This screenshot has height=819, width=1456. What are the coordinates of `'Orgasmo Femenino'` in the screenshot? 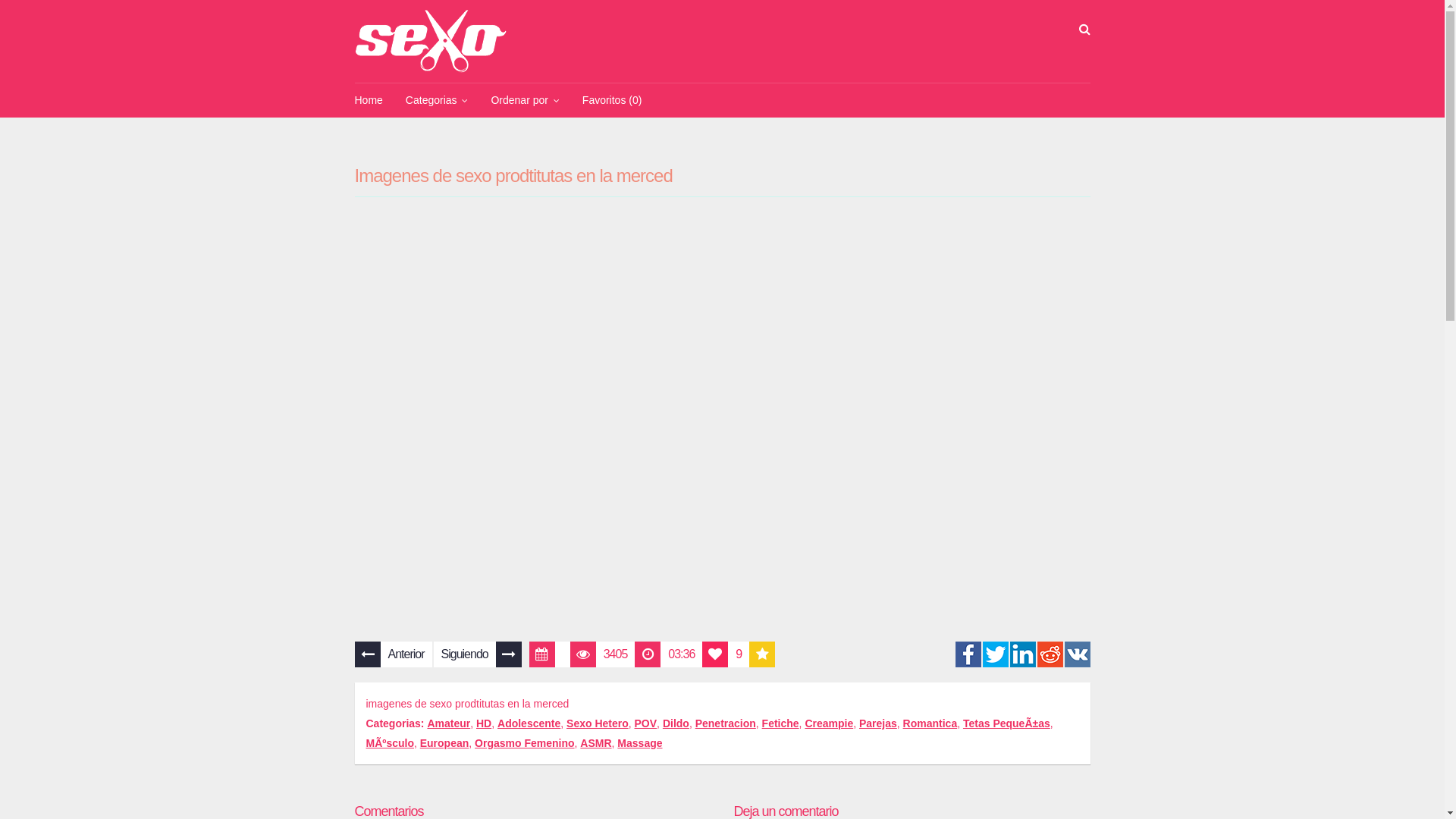 It's located at (473, 742).